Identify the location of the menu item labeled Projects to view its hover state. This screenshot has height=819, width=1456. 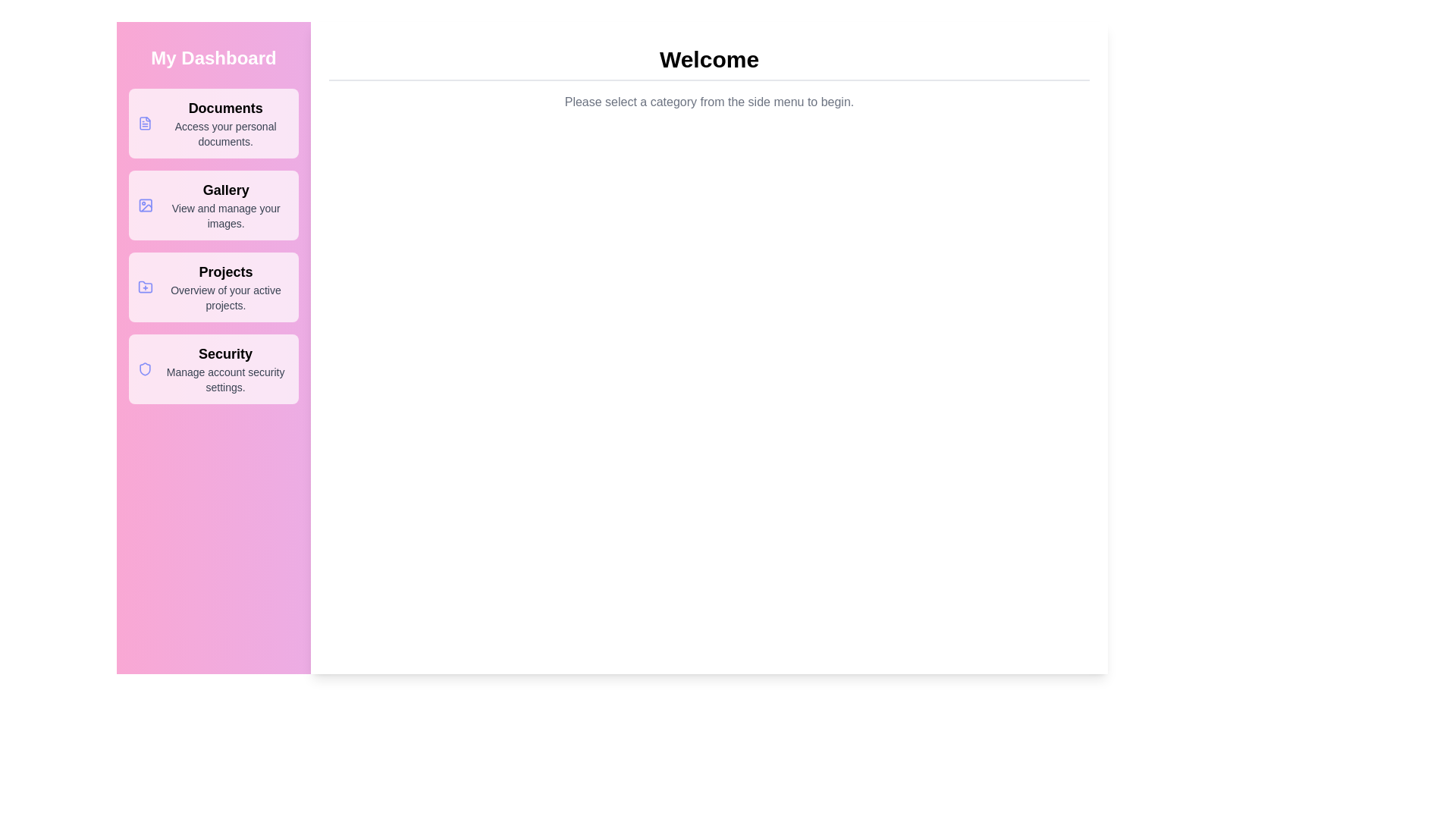
(213, 287).